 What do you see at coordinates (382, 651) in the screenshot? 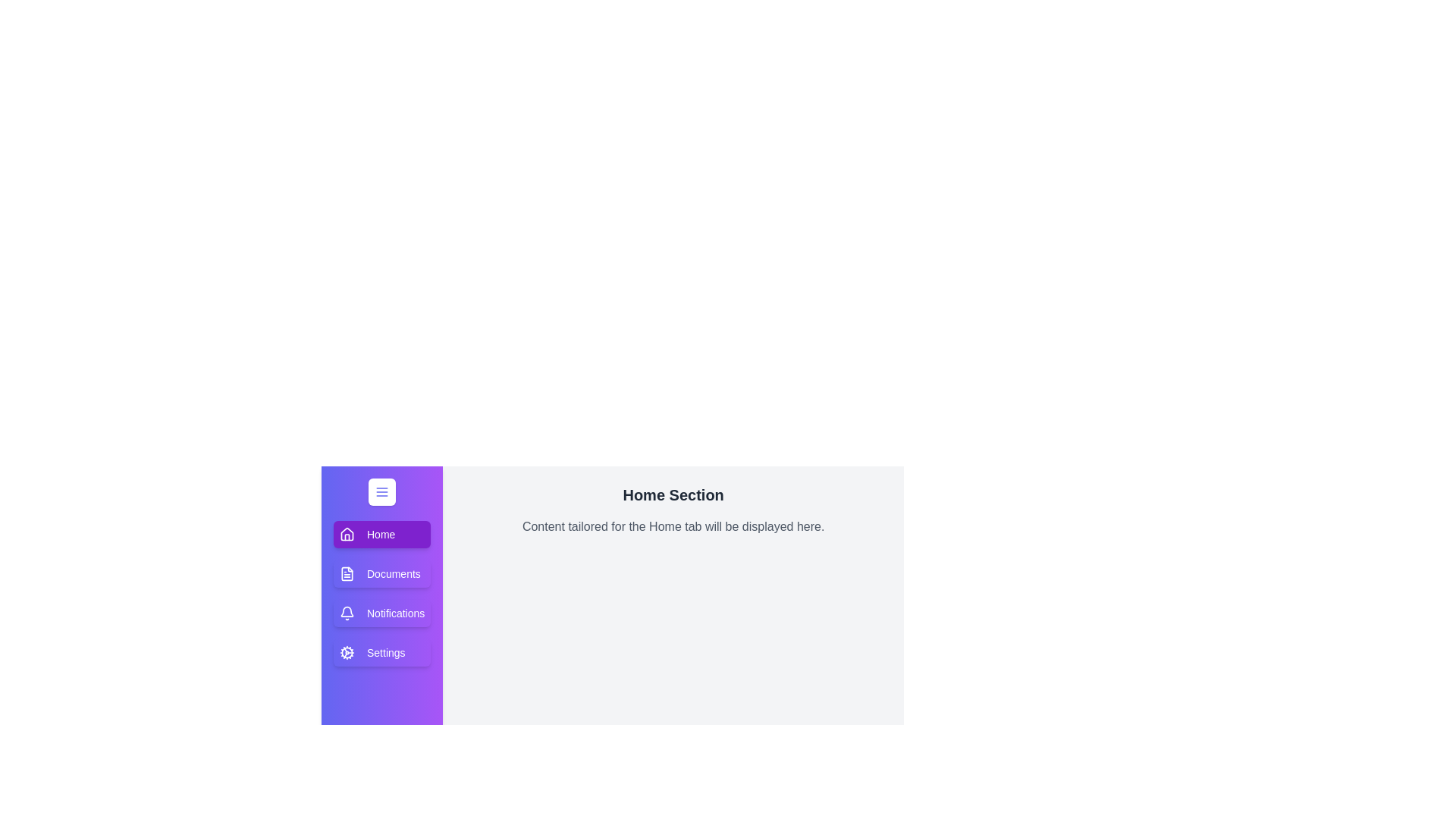
I see `the tab labeled Settings` at bounding box center [382, 651].